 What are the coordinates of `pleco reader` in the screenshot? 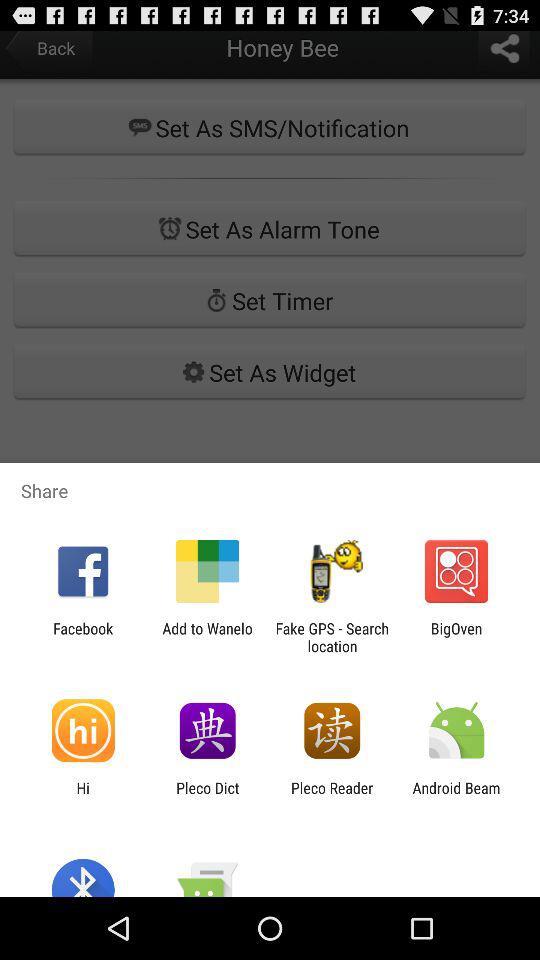 It's located at (332, 796).